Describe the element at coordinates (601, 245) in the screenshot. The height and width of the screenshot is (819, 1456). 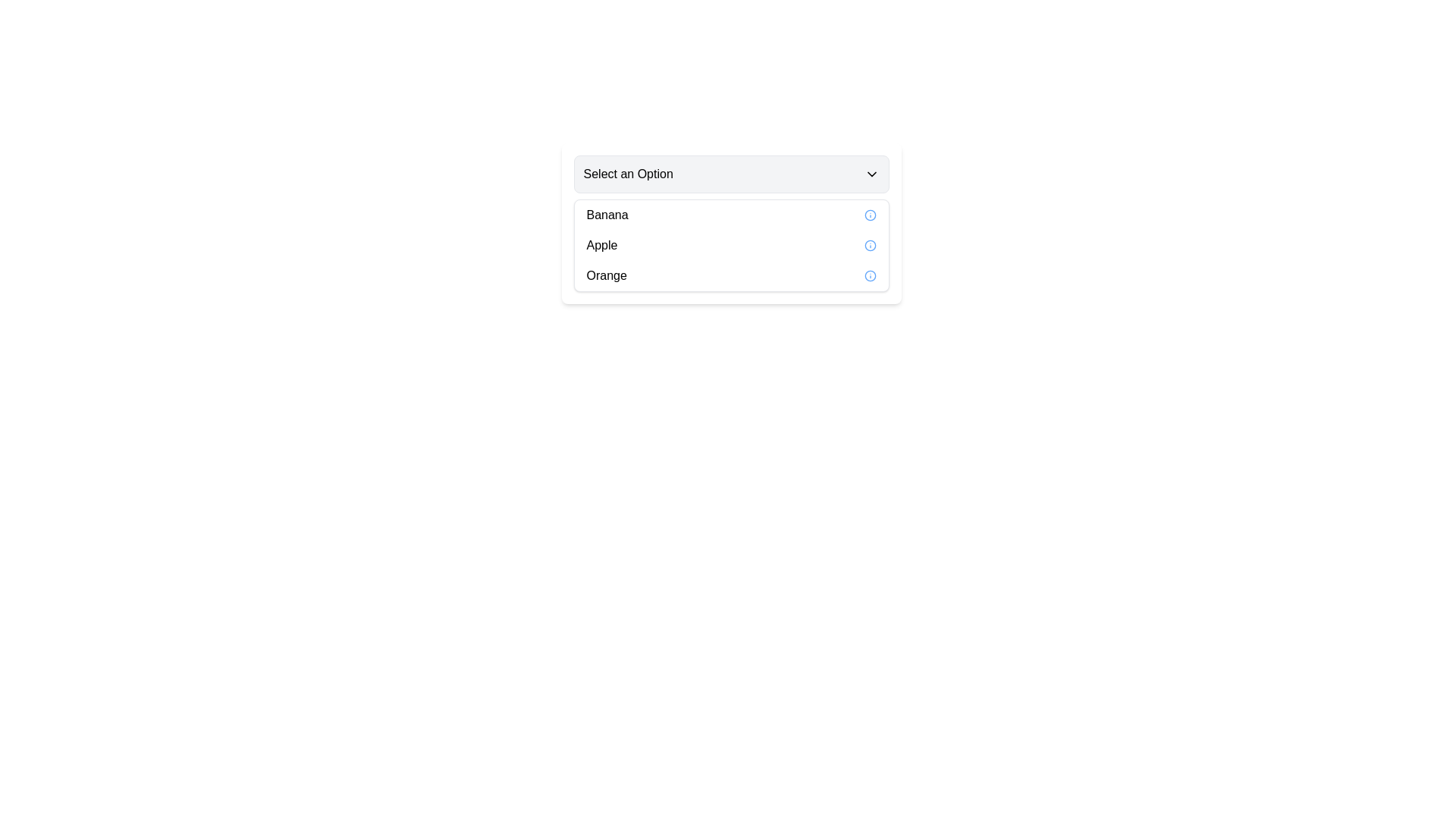
I see `the text label displaying 'Apple' in black font, which is the second option in a vertically stacked dropdown menu between 'Banana' and 'Orange'` at that location.